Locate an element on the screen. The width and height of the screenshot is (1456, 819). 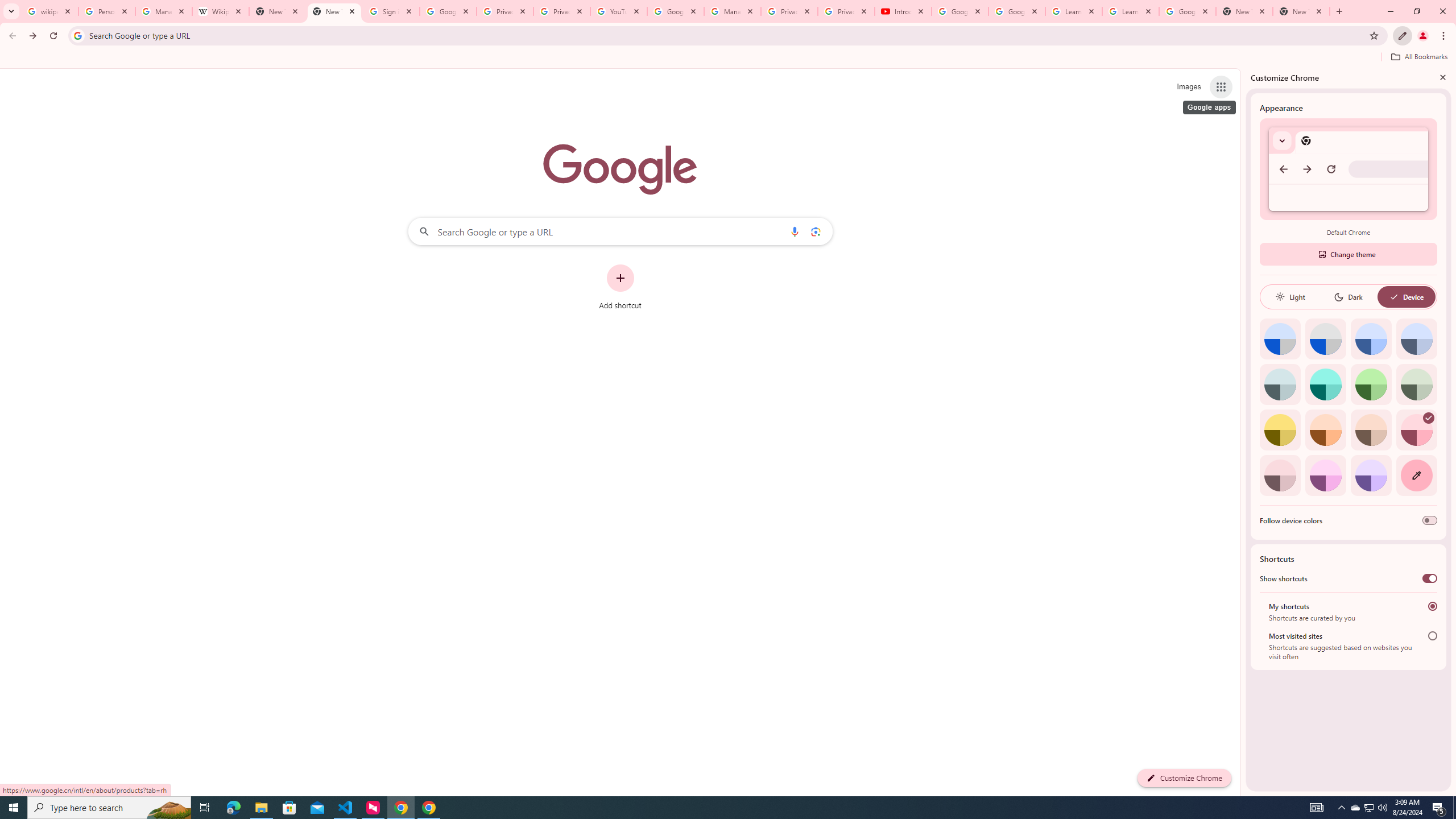
'Light' is located at coordinates (1289, 296).